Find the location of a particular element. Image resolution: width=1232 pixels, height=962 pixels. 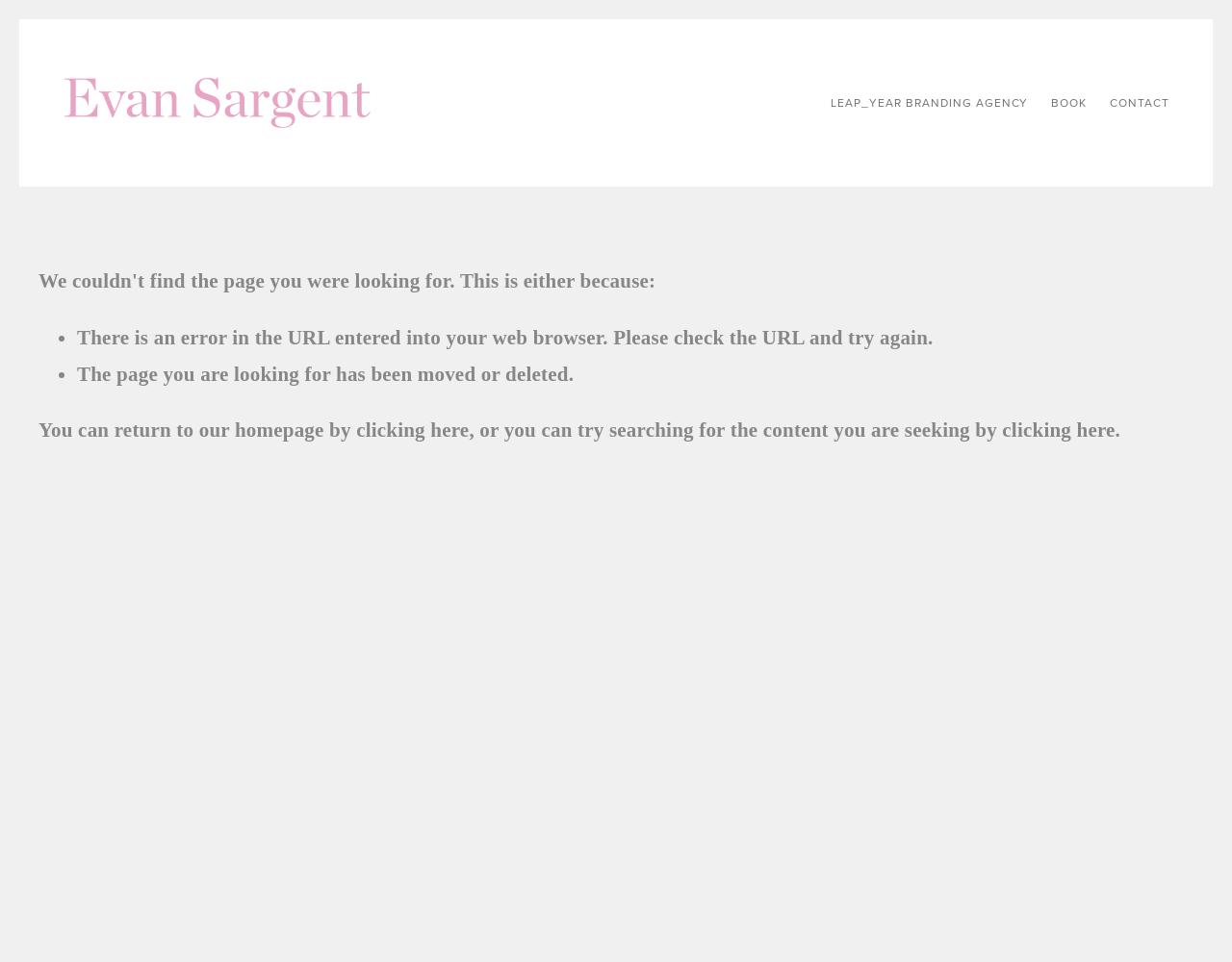

'The page you are looking for has been moved or deleted.' is located at coordinates (325, 373).